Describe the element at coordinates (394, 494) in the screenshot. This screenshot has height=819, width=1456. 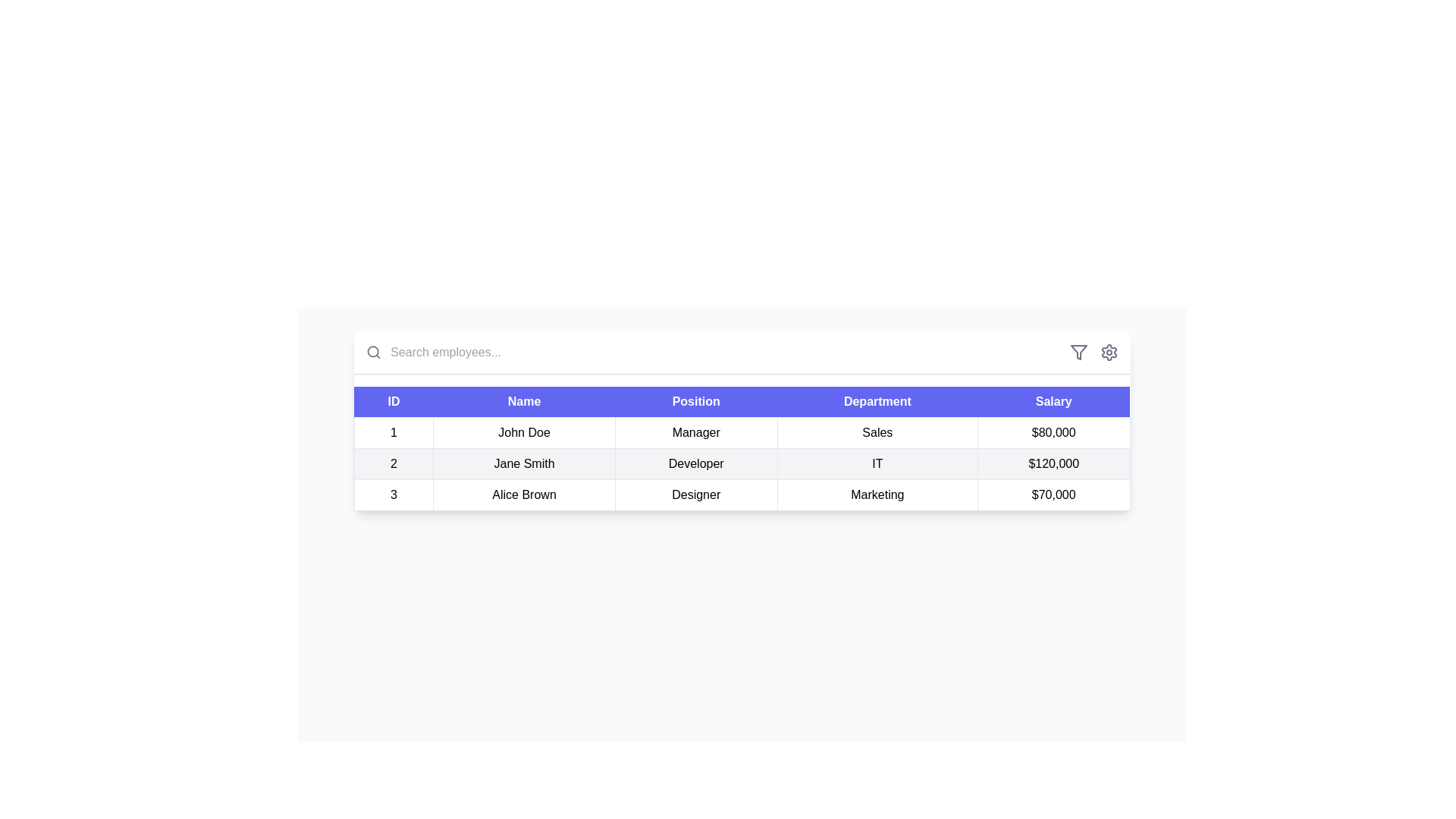
I see `the static text element that represents the identifier for the third entry in the table, corresponding to 'Alice Brown'` at that location.